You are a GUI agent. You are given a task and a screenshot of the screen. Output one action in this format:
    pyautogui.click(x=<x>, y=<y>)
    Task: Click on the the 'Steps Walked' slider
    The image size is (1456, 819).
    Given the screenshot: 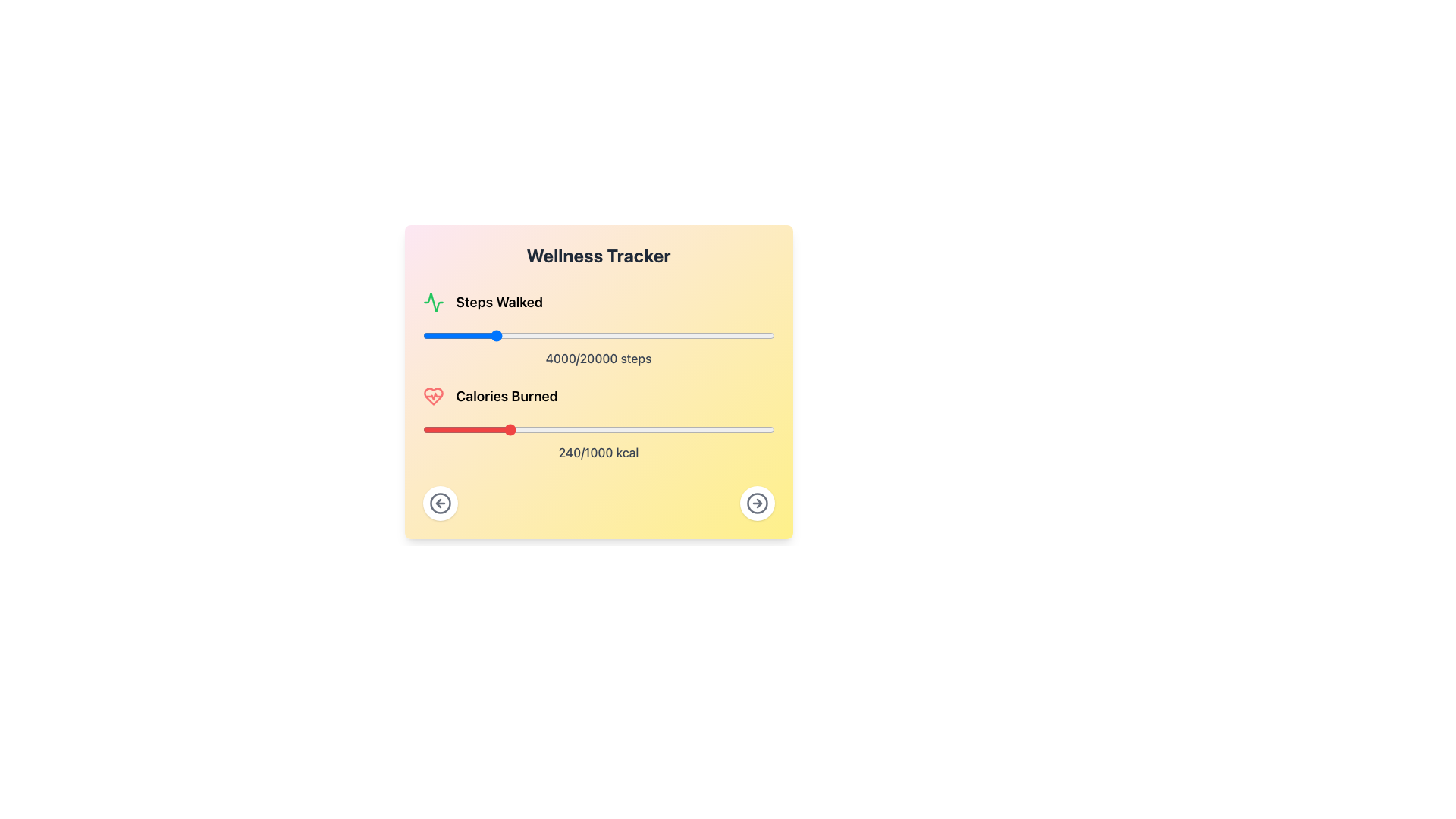 What is the action you would take?
    pyautogui.click(x=582, y=335)
    